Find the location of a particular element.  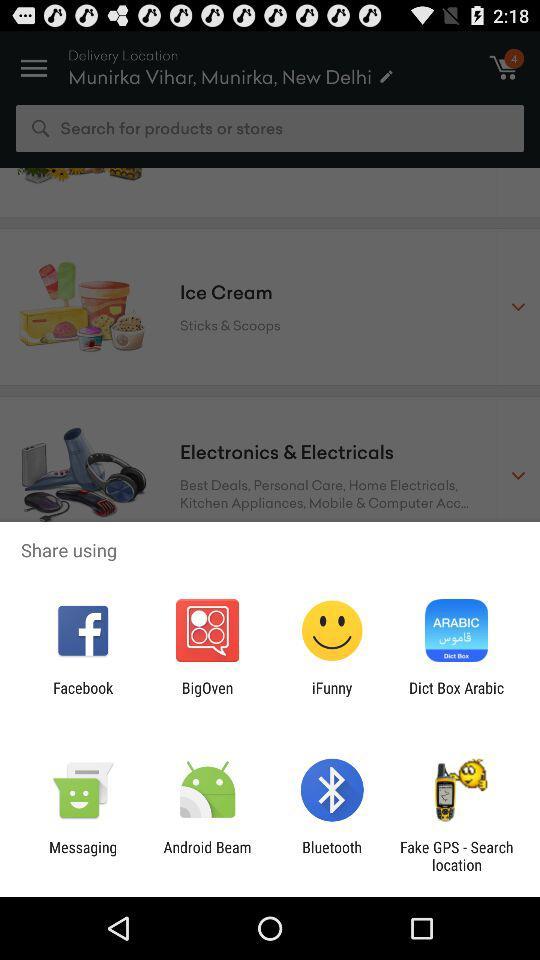

the app next to the dict box arabic is located at coordinates (332, 696).